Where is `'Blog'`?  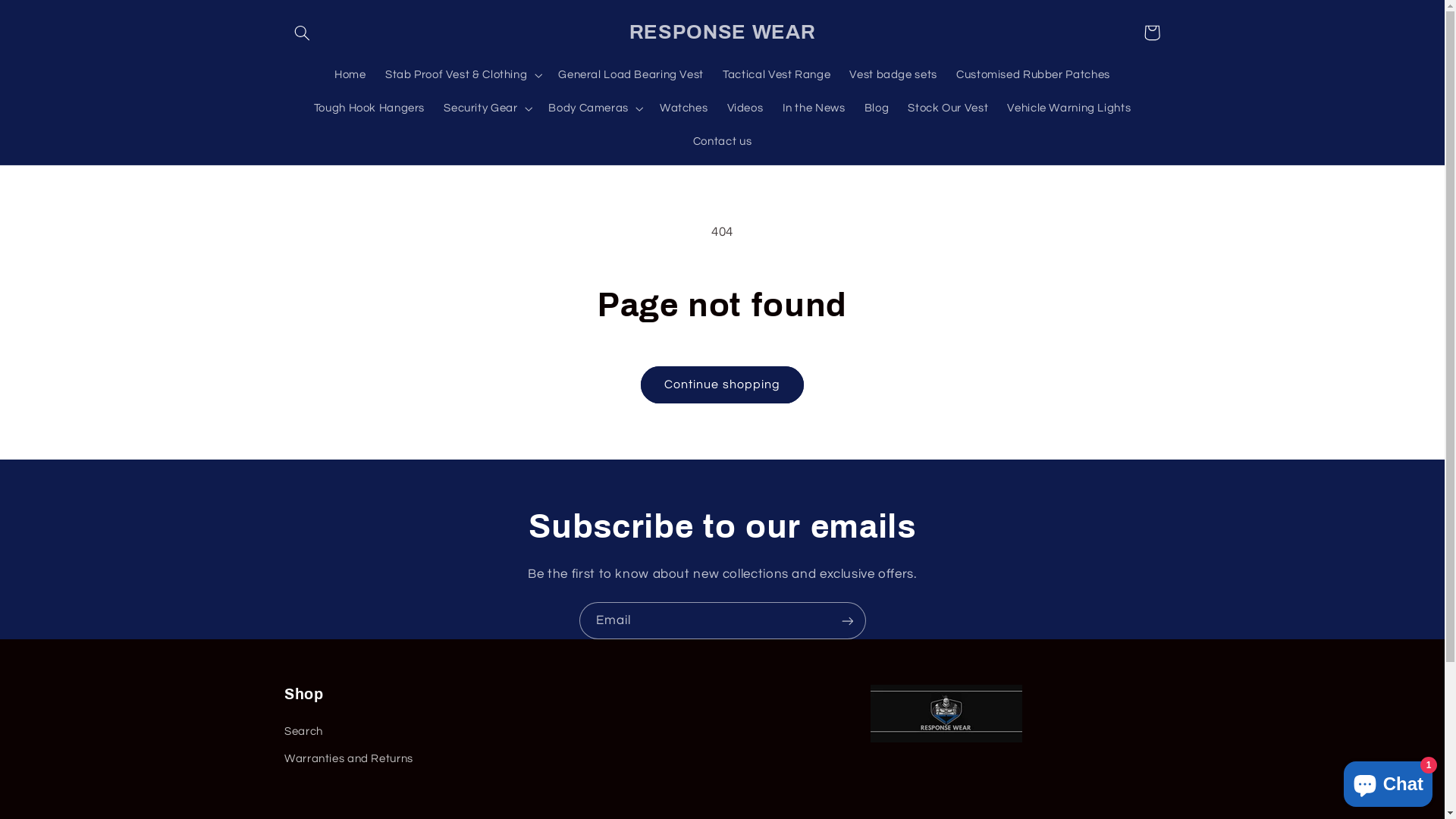
'Blog' is located at coordinates (877, 107).